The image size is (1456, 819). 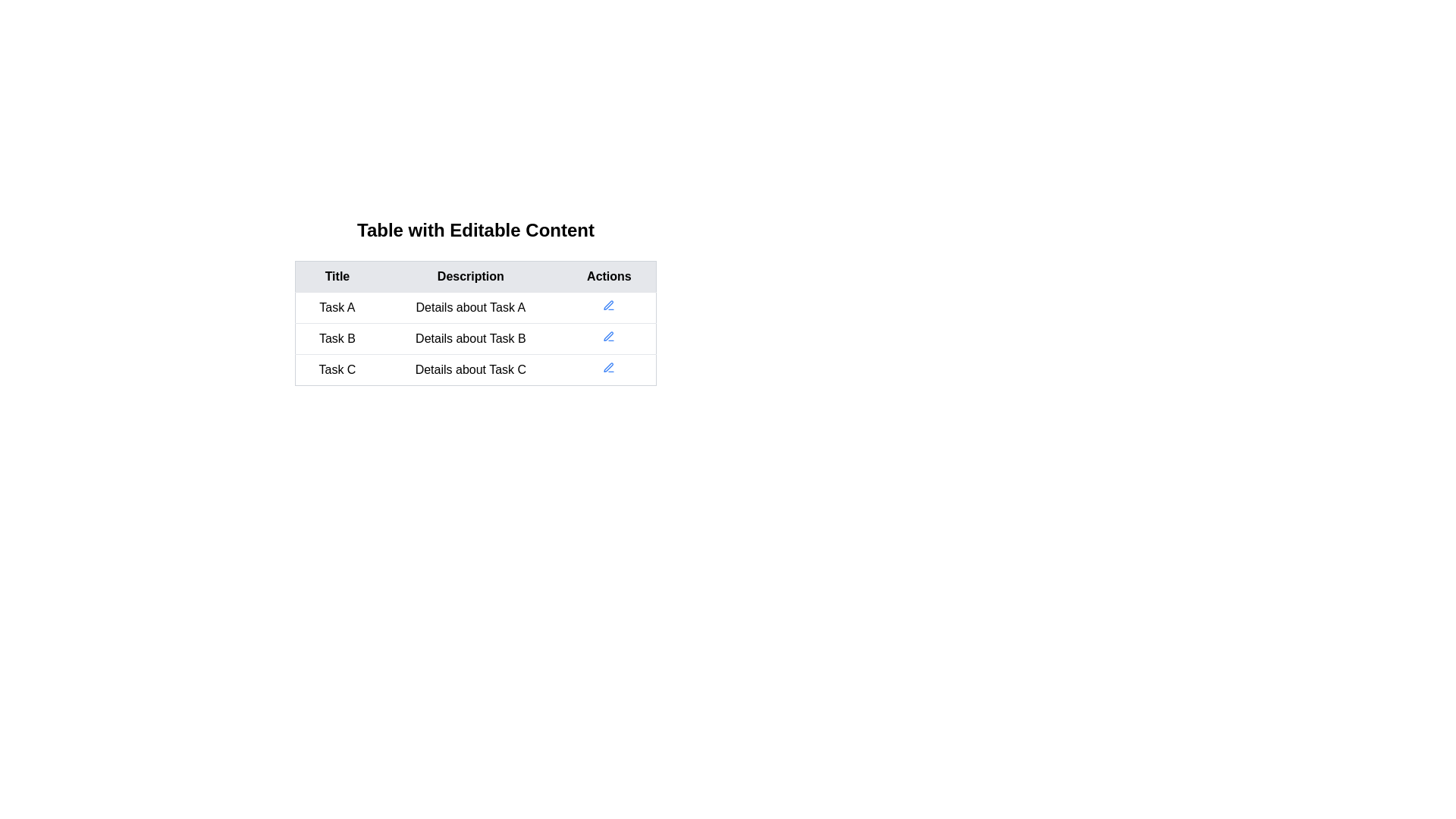 What do you see at coordinates (336, 338) in the screenshot?
I see `the Text label that serves as the title of the task, located in the second row under the 'Title' heading of the table, between 'Task A' and 'Task C'` at bounding box center [336, 338].